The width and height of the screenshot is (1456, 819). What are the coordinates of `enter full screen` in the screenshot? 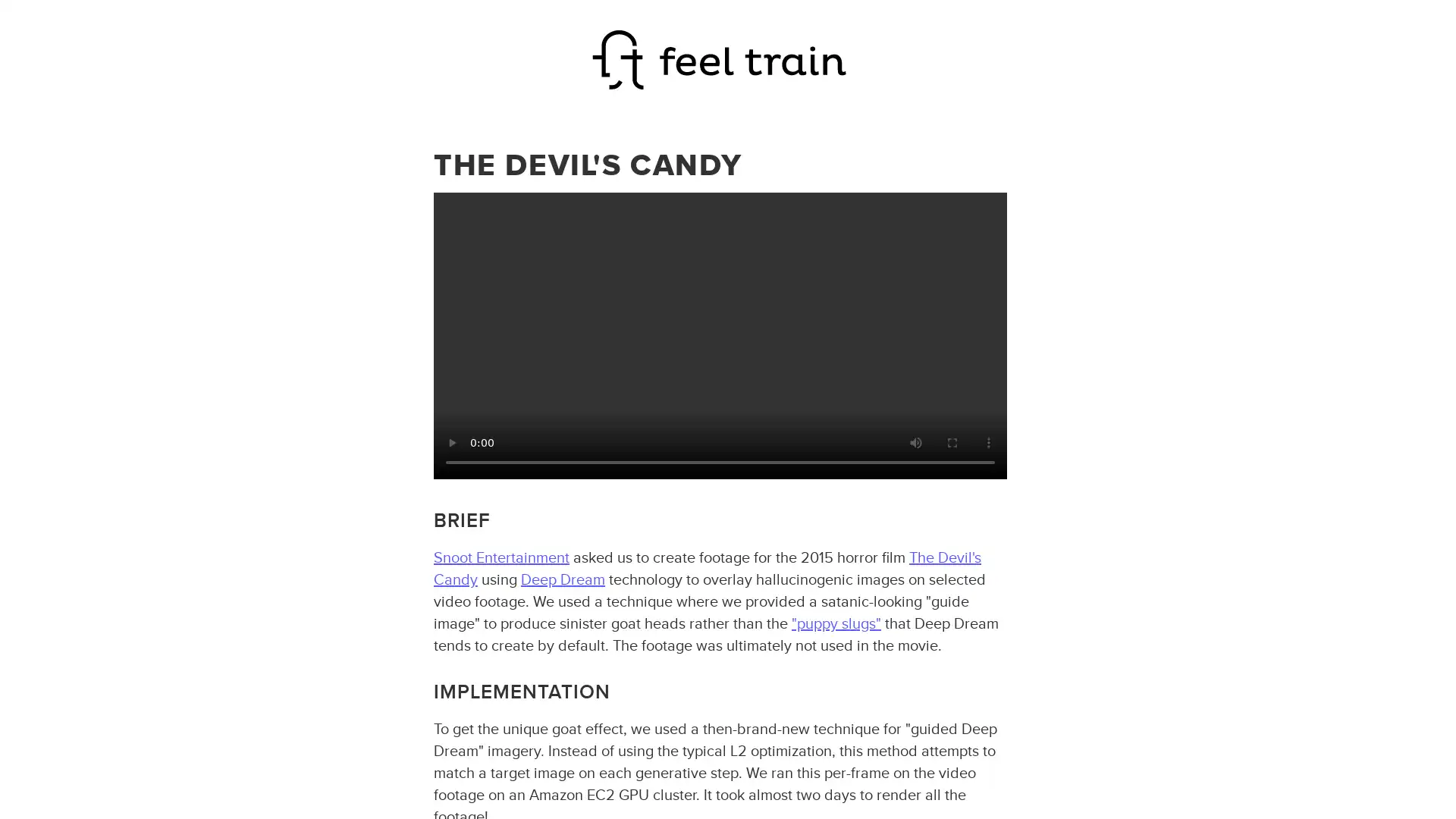 It's located at (950, 442).